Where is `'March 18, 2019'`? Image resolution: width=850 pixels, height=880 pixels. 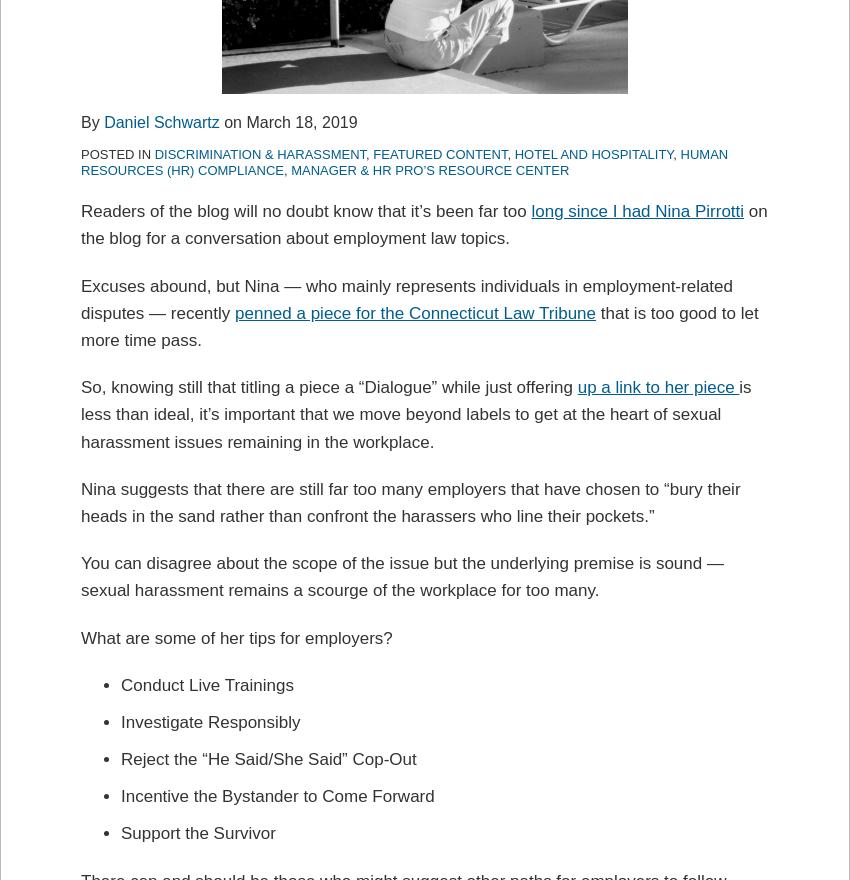
'March 18, 2019' is located at coordinates (245, 121).